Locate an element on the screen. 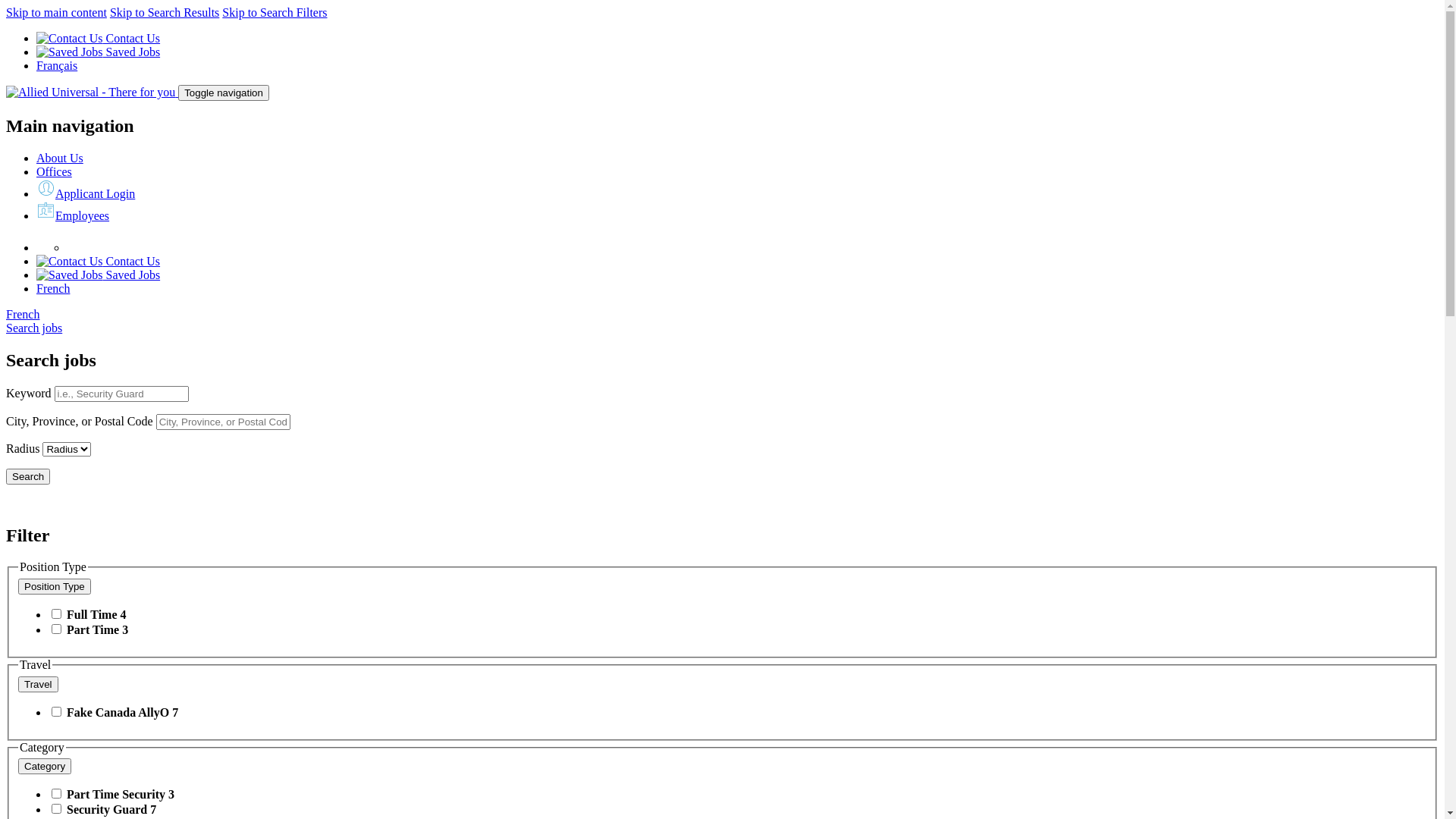 The image size is (1456, 819). 'Saved Jobs' is located at coordinates (36, 275).